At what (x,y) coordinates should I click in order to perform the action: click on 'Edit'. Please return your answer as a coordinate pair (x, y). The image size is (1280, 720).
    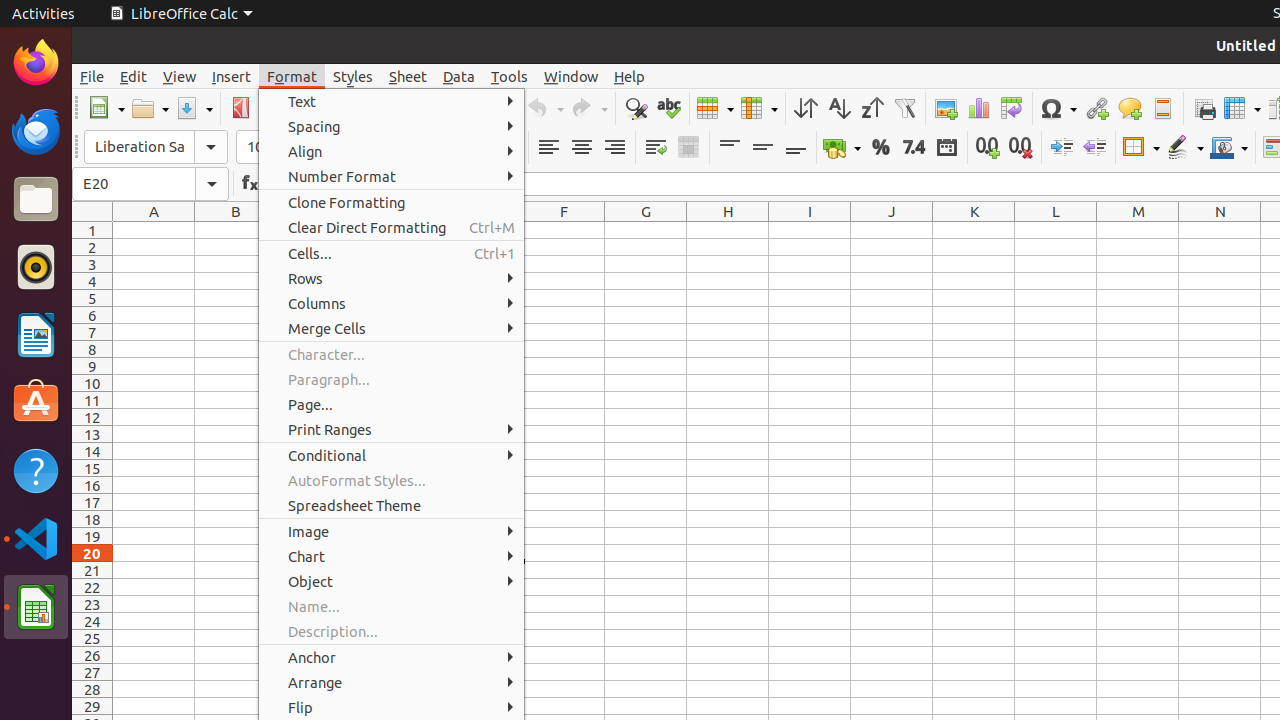
    Looking at the image, I should click on (132, 75).